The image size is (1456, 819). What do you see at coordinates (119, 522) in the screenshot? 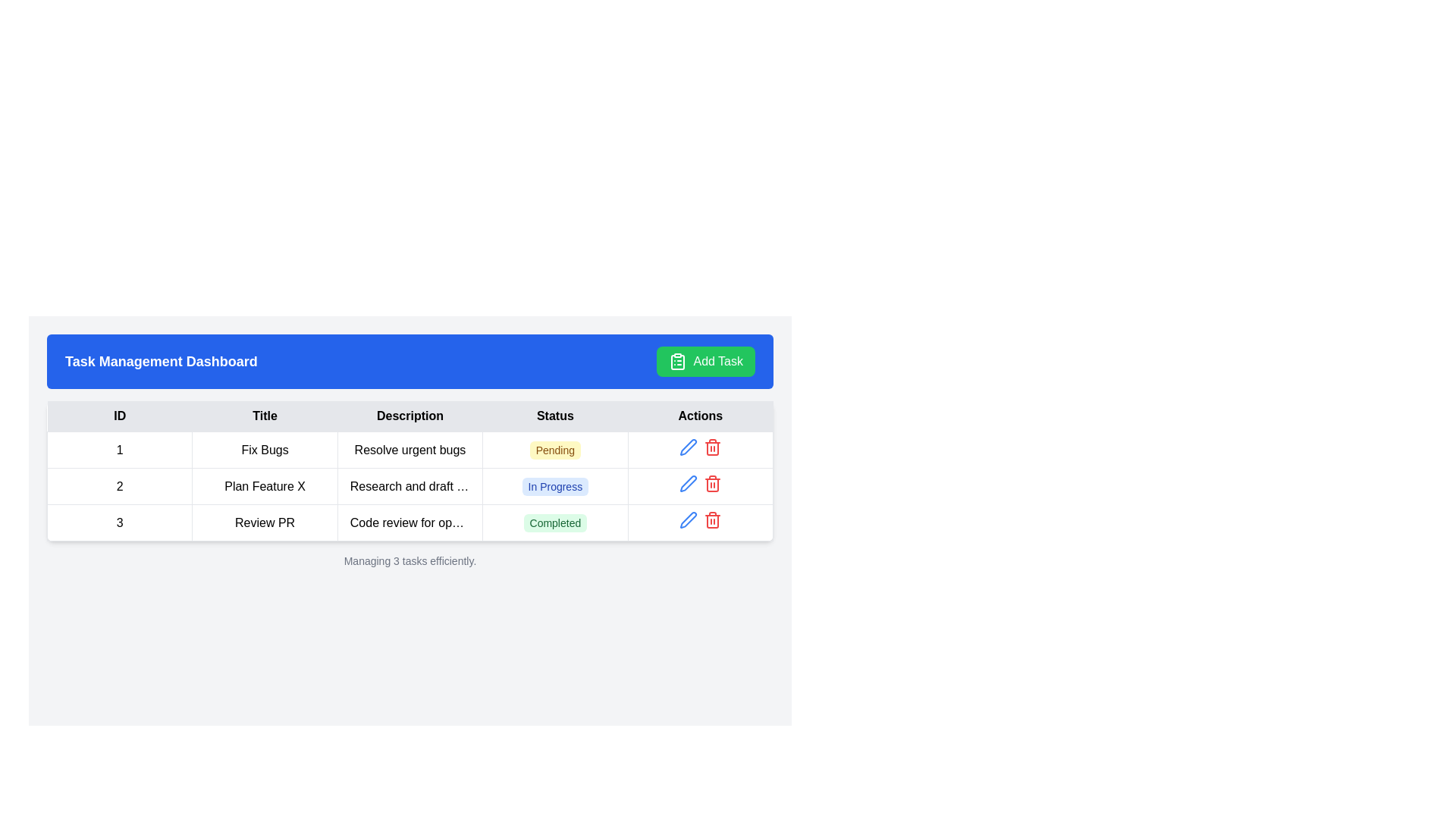
I see `the table cell in the first column of the third row that contains the number '3'` at bounding box center [119, 522].